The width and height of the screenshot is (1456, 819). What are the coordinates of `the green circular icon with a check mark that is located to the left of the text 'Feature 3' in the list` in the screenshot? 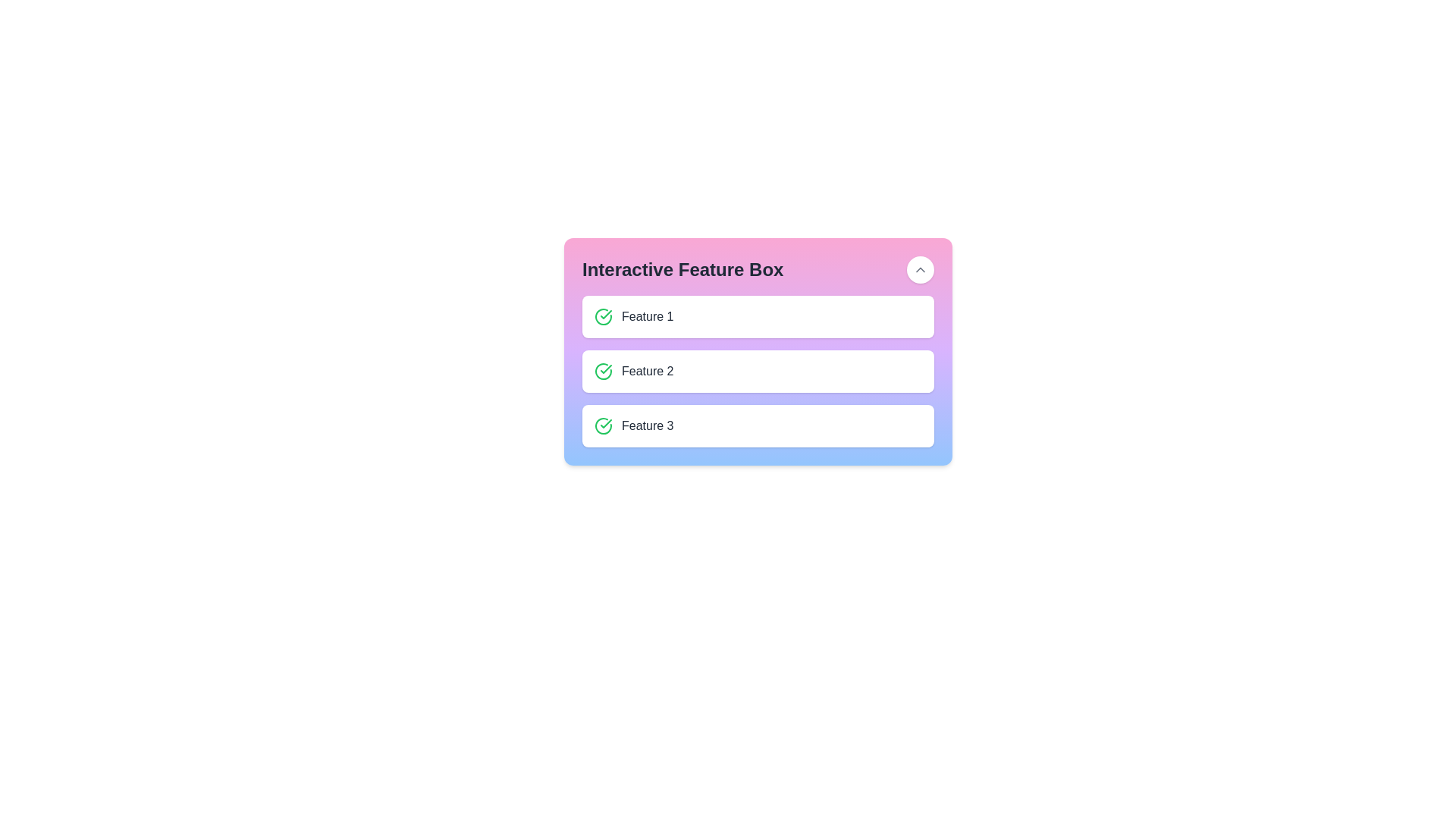 It's located at (603, 426).